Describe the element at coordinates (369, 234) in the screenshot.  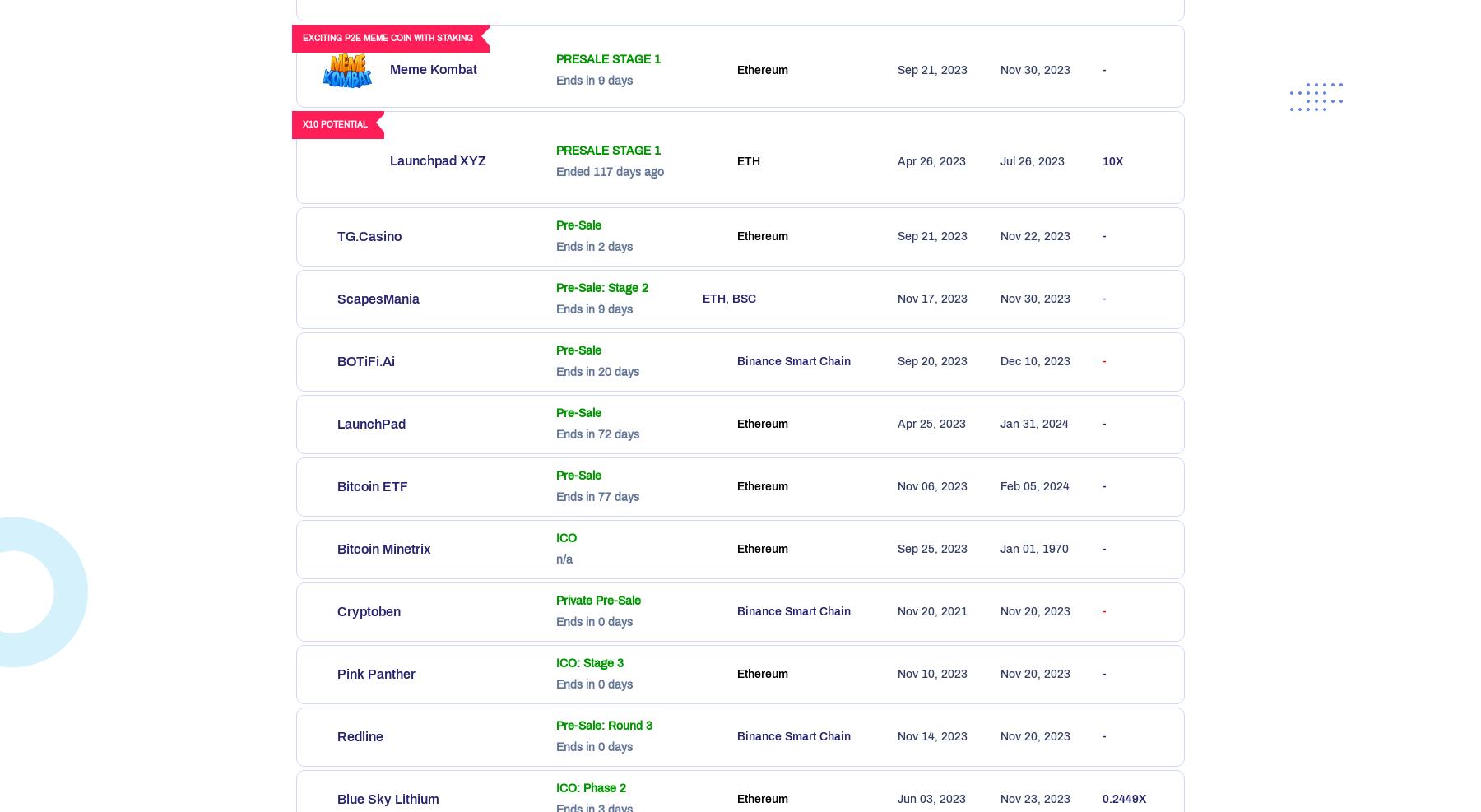
I see `'TG.Casino'` at that location.